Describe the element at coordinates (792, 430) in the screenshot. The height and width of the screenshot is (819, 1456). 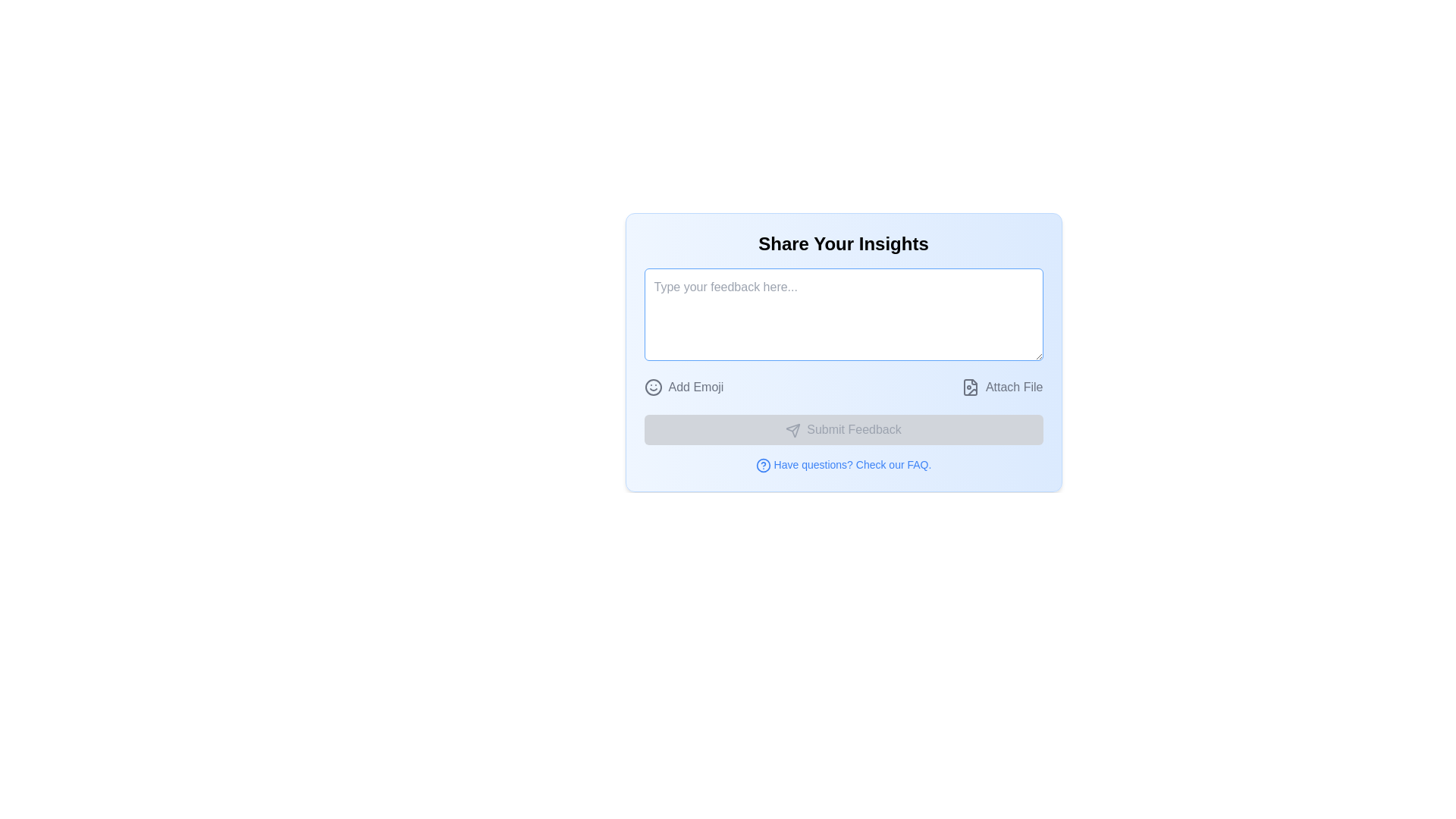
I see `the decorative icon to the left of the 'Submit Feedback' text inside the feedback button located at the center bottom area of the window` at that location.